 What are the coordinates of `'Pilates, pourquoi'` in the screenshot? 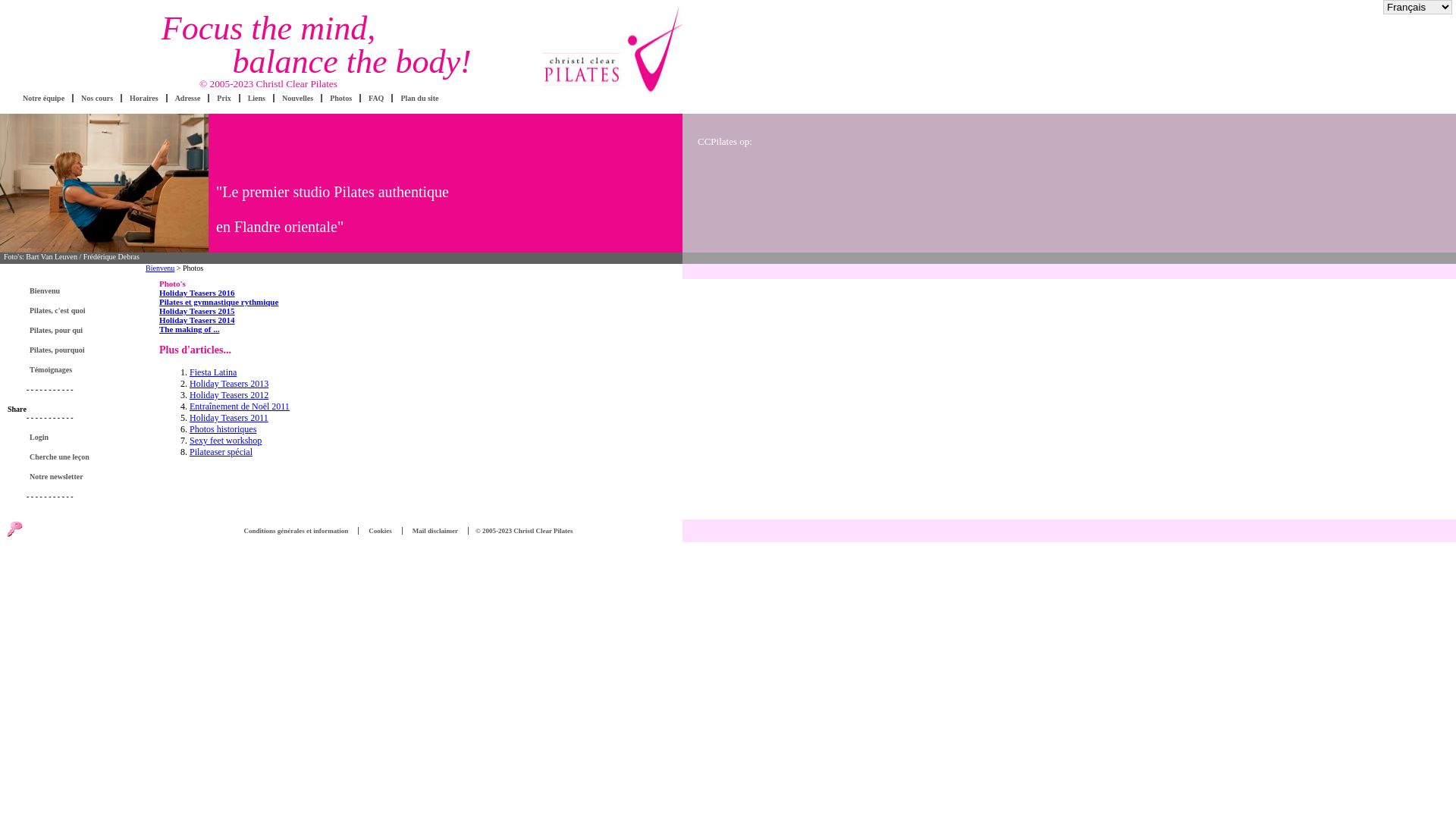 It's located at (57, 350).